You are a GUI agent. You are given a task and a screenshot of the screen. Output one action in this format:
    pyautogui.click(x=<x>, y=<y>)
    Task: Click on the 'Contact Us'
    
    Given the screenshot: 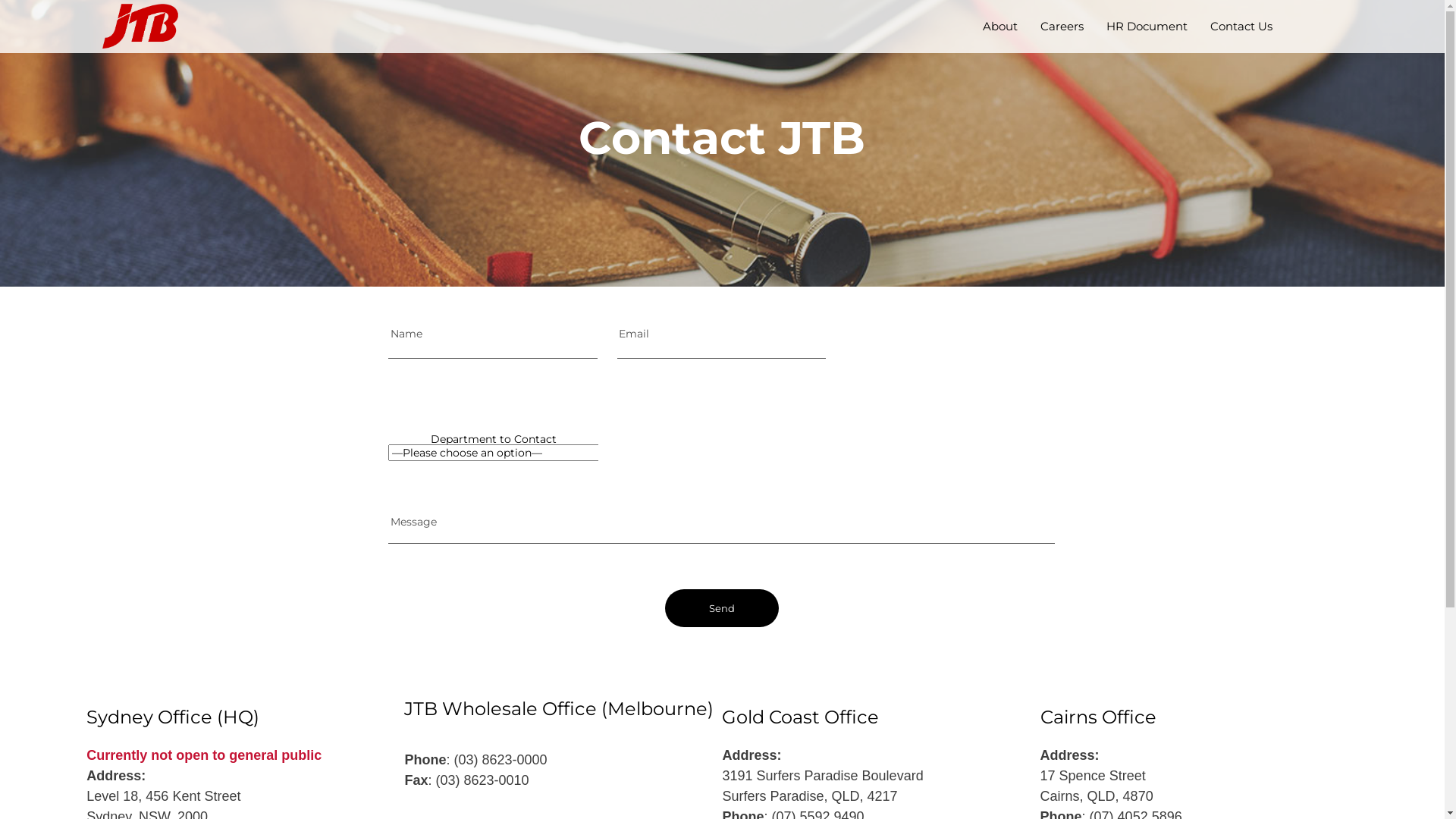 What is the action you would take?
    pyautogui.click(x=1241, y=27)
    